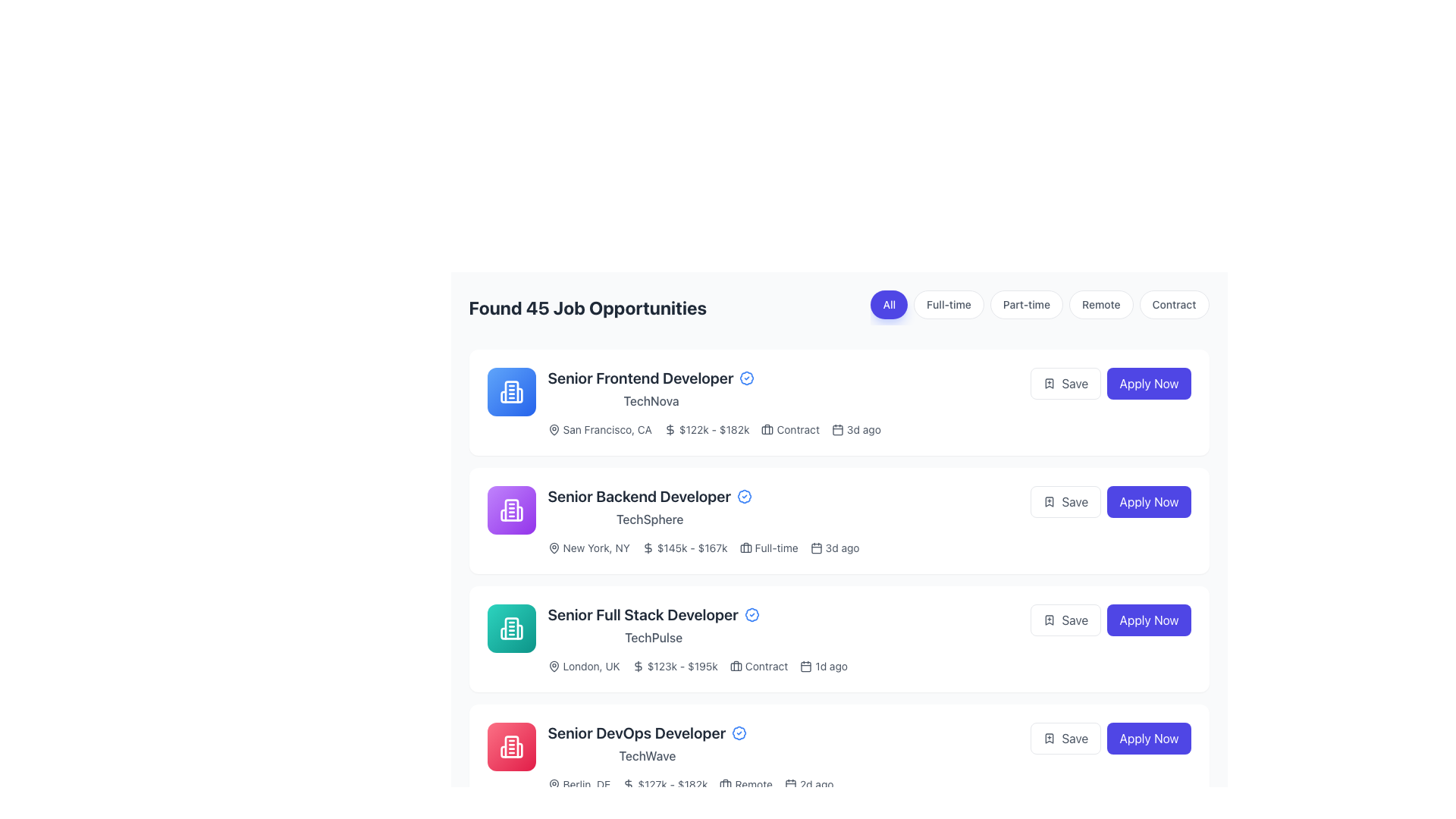 Image resolution: width=1456 pixels, height=819 pixels. What do you see at coordinates (1049, 382) in the screenshot?
I see `the save icon located to the left of the 'Save' text within the button group on the right-hand side of the job listing interface for accessibility navigation` at bounding box center [1049, 382].